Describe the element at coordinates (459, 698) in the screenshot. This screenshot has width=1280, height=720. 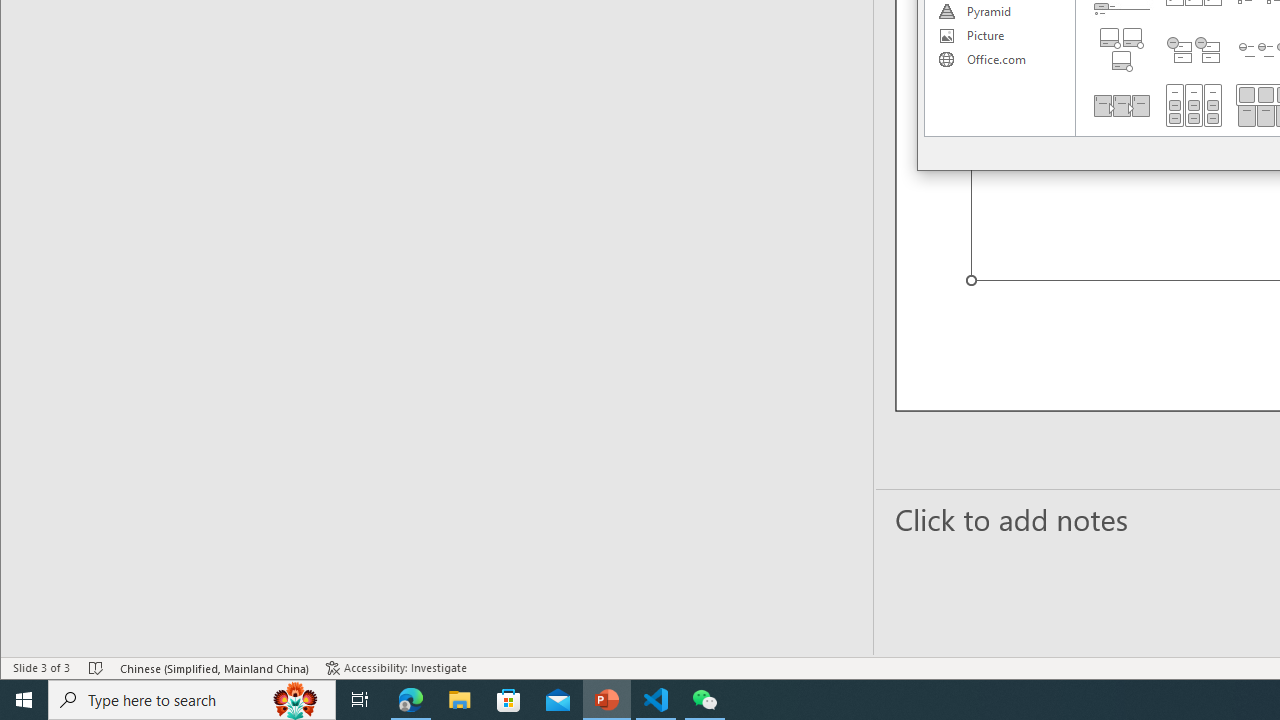
I see `'File Explorer'` at that location.